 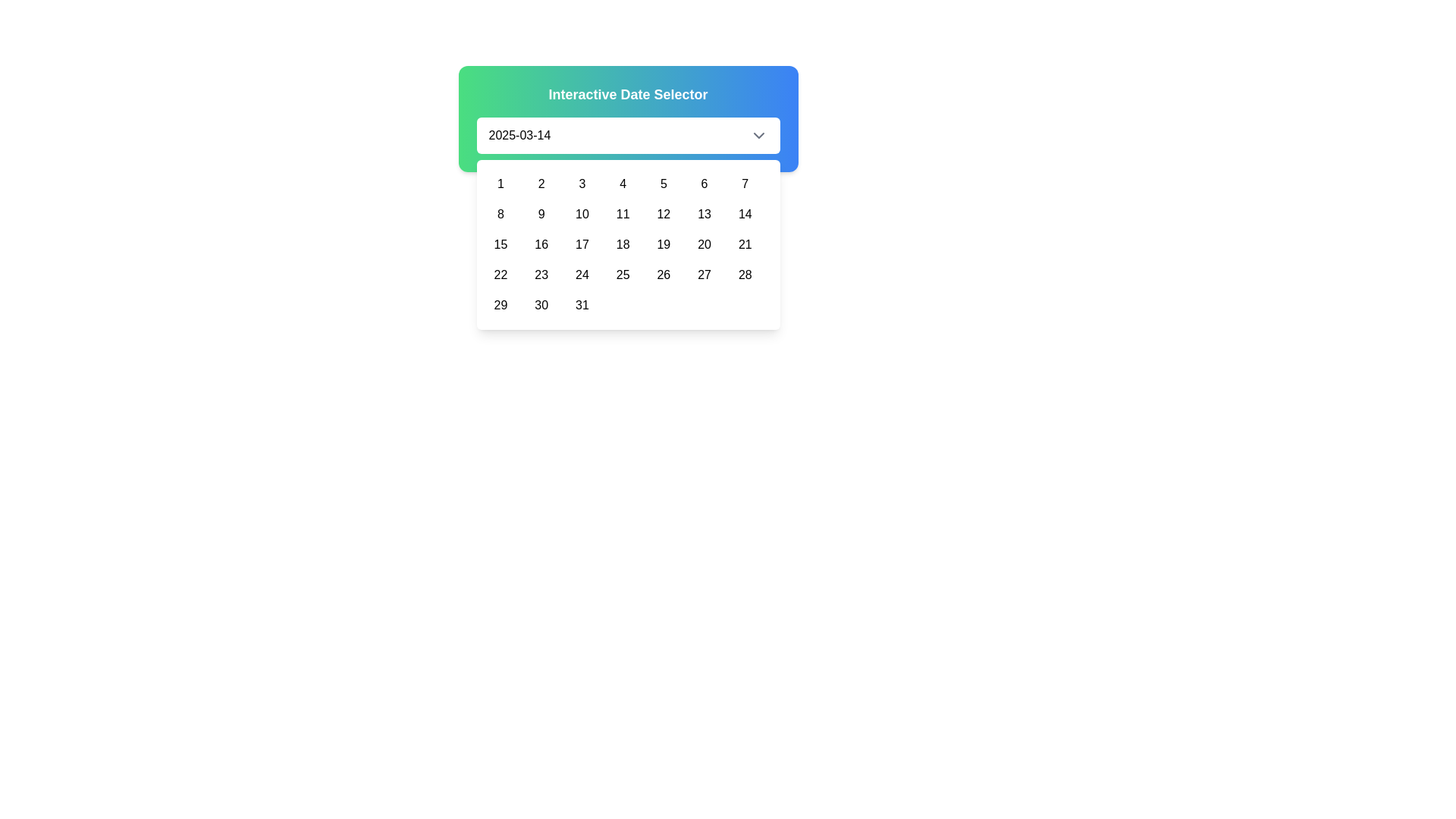 What do you see at coordinates (623, 184) in the screenshot?
I see `the small square button with a rounded border containing the number '4'` at bounding box center [623, 184].